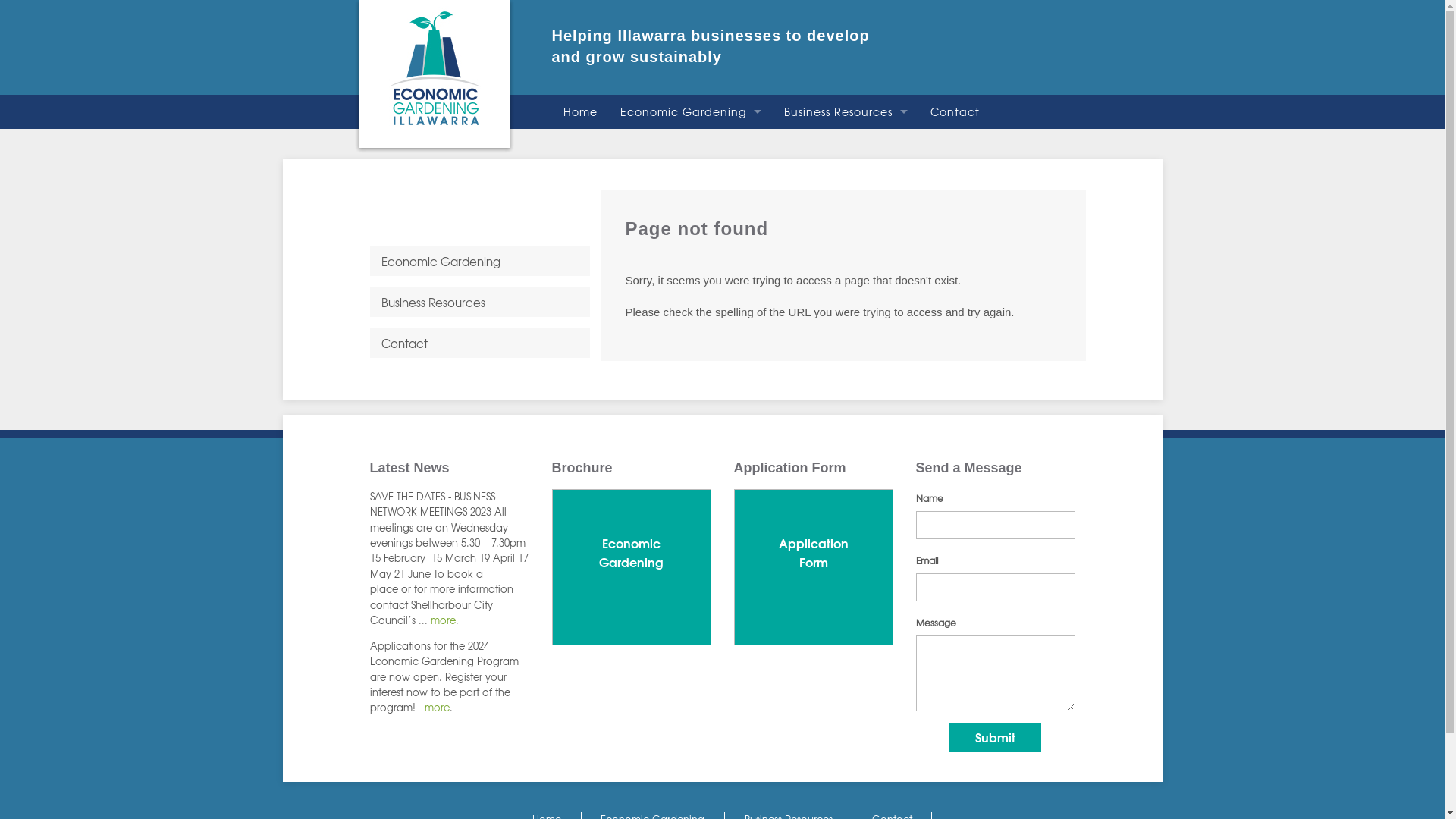 The image size is (1456, 819). Describe the element at coordinates (442, 620) in the screenshot. I see `'more'` at that location.